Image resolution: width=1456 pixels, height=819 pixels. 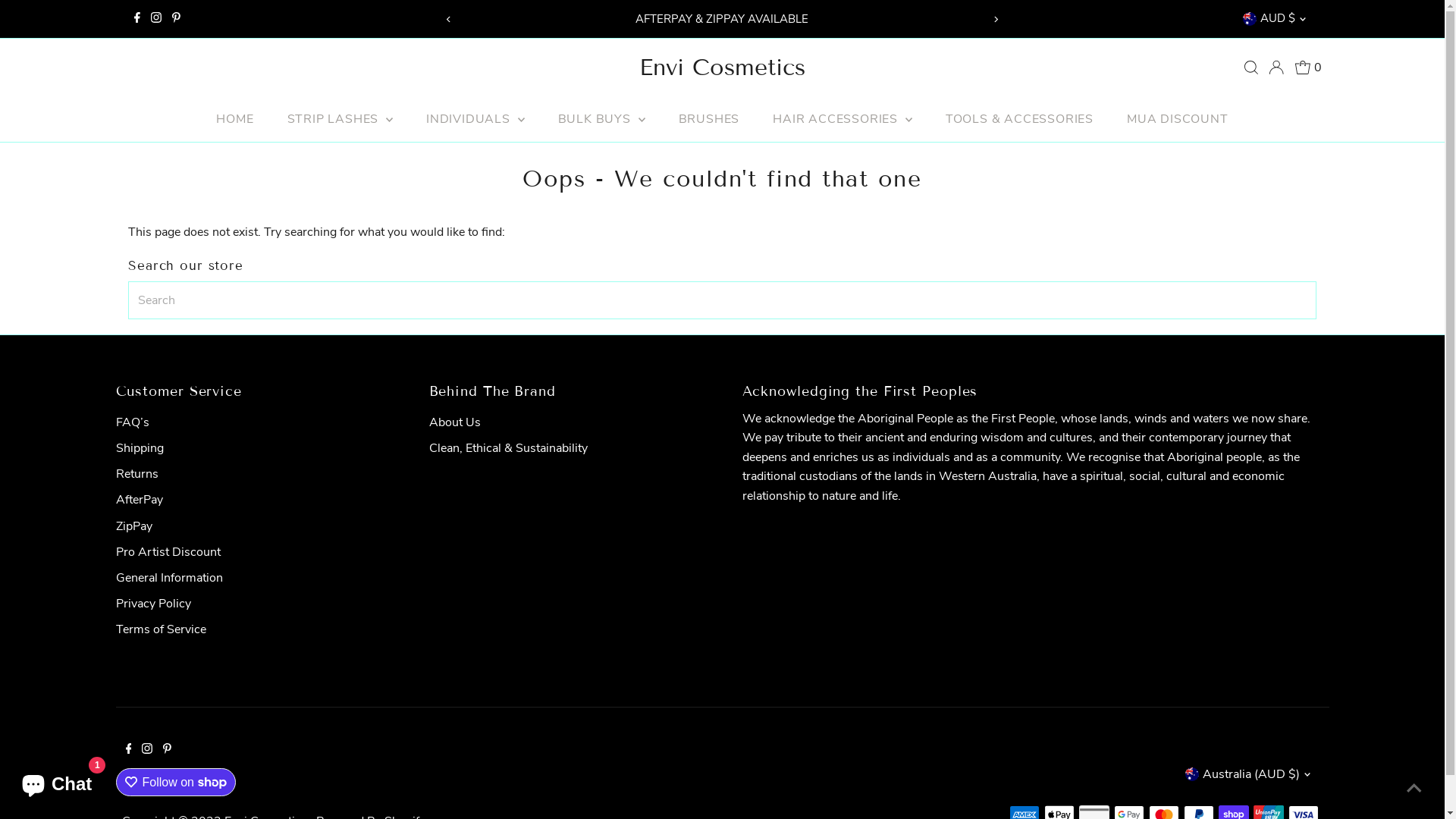 What do you see at coordinates (639, 66) in the screenshot?
I see `'Envi Cosmetics'` at bounding box center [639, 66].